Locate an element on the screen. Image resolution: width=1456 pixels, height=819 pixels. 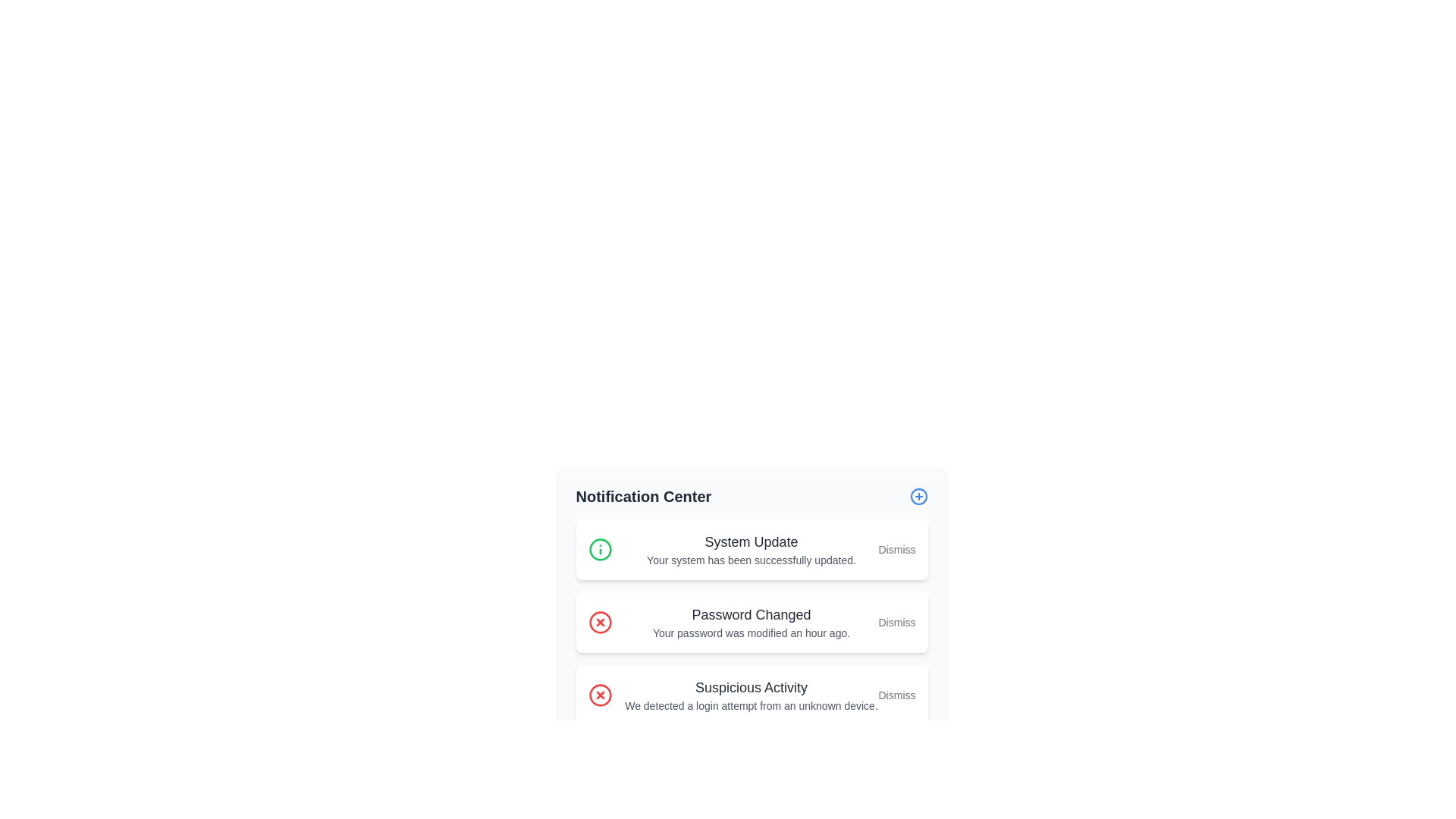
the second notification card in the Notification Center is located at coordinates (752, 604).